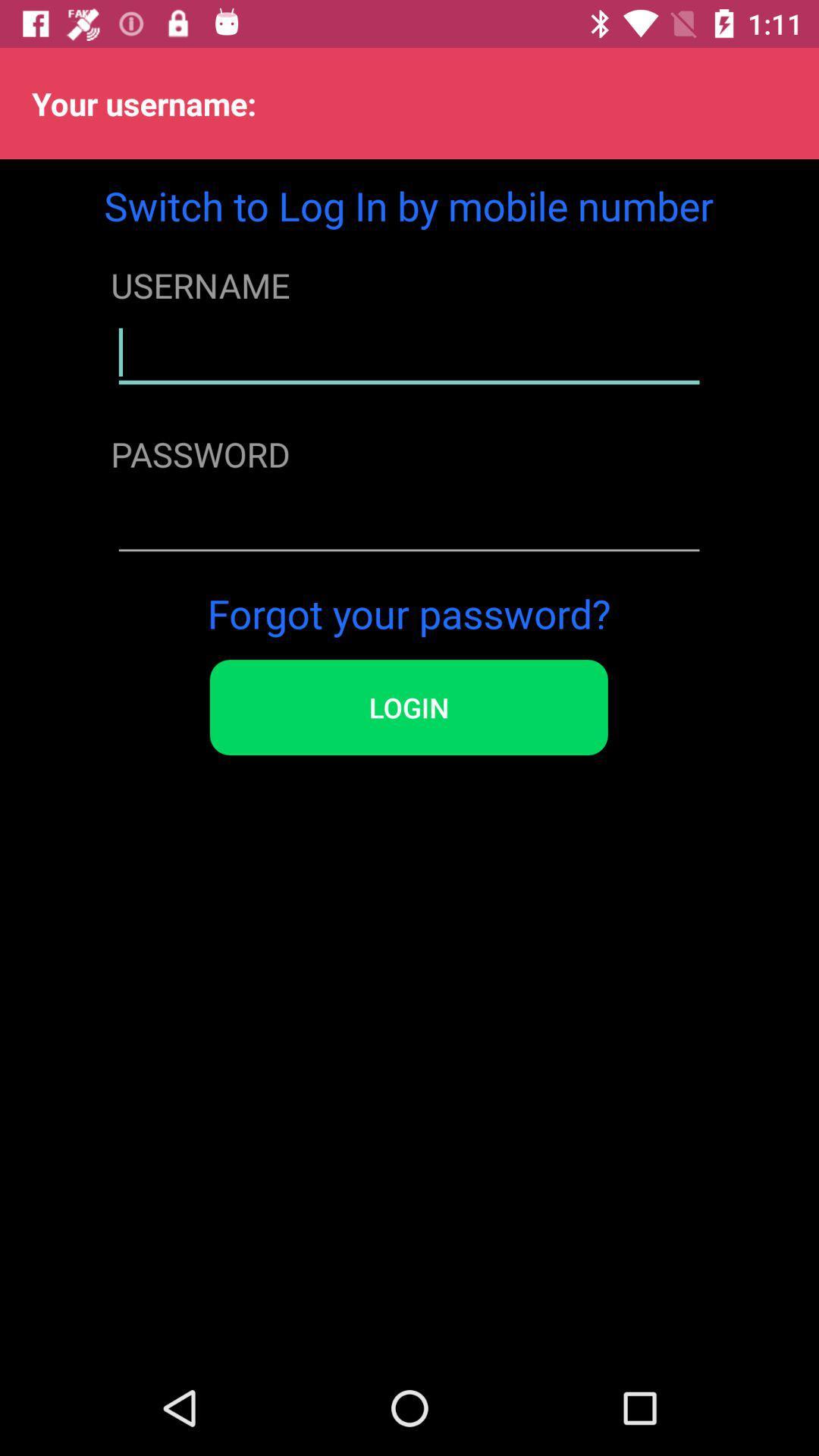 The width and height of the screenshot is (819, 1456). I want to click on switch to log icon, so click(408, 205).